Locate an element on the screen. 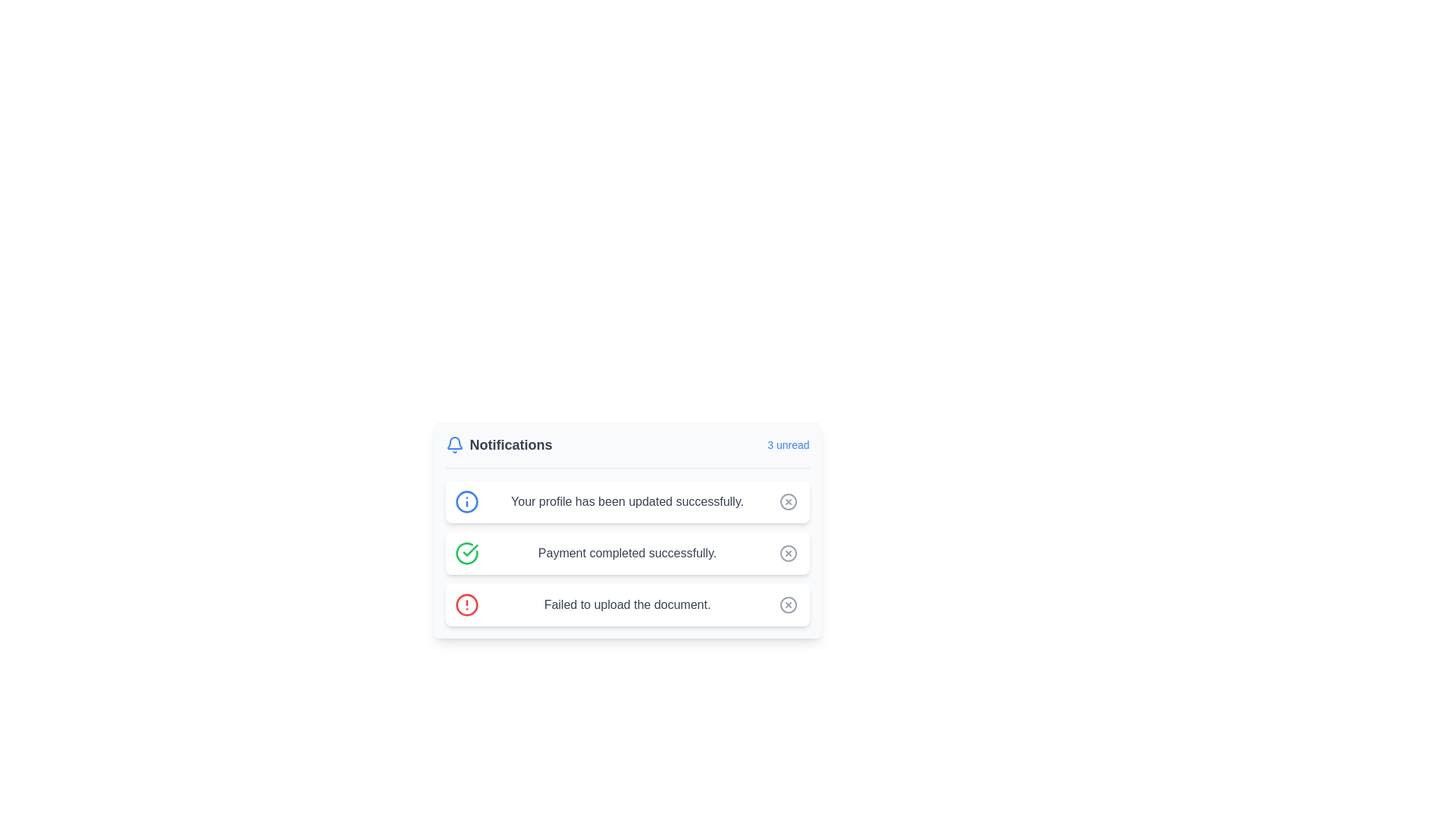 The image size is (1456, 819). the static text label that shows '3 unread', which is a small, blue-colored text located at the far-right corner of the notifications box, next to the 'Notifications' title is located at coordinates (788, 444).